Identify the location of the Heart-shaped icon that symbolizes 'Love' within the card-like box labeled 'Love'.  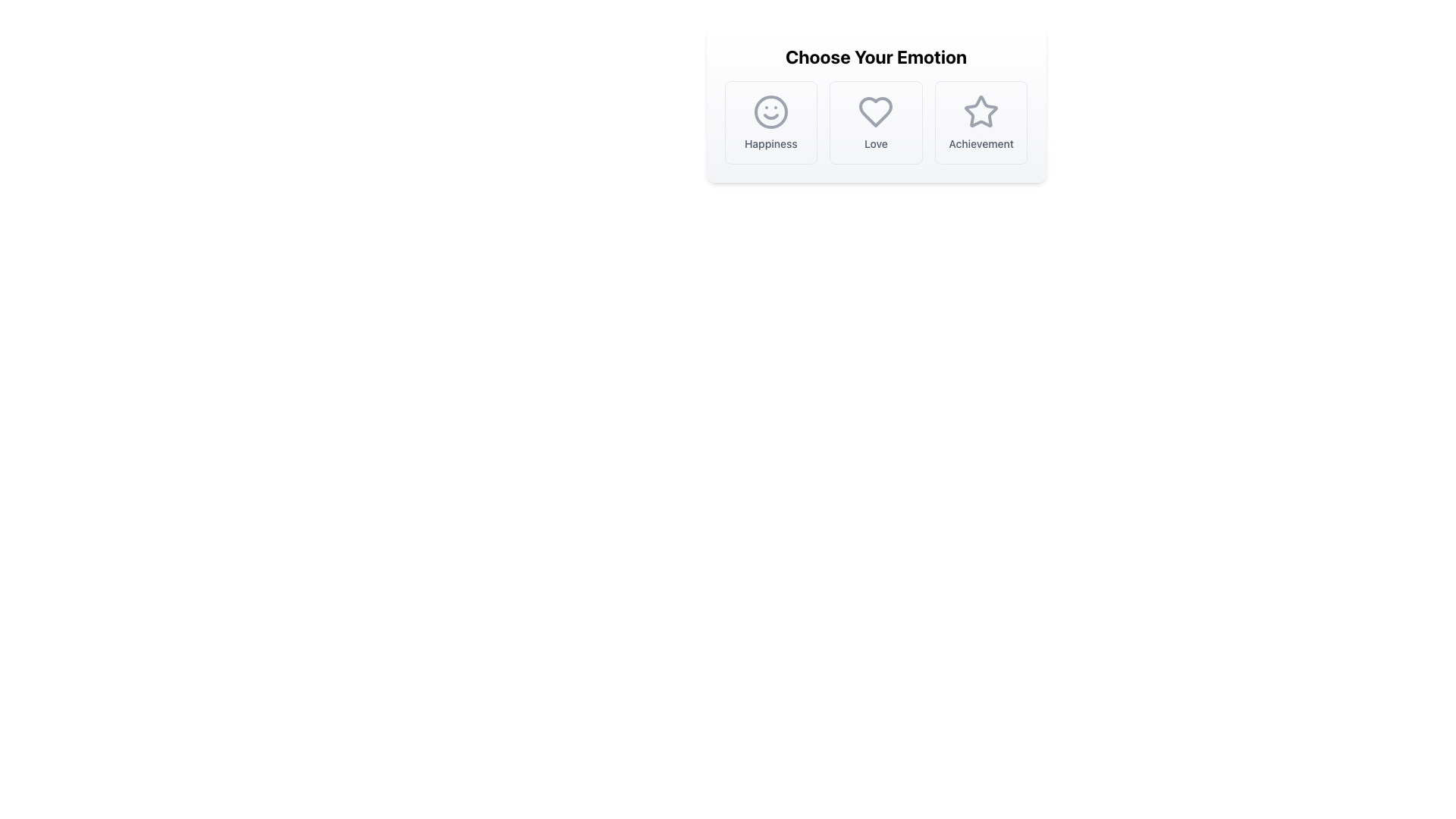
(876, 111).